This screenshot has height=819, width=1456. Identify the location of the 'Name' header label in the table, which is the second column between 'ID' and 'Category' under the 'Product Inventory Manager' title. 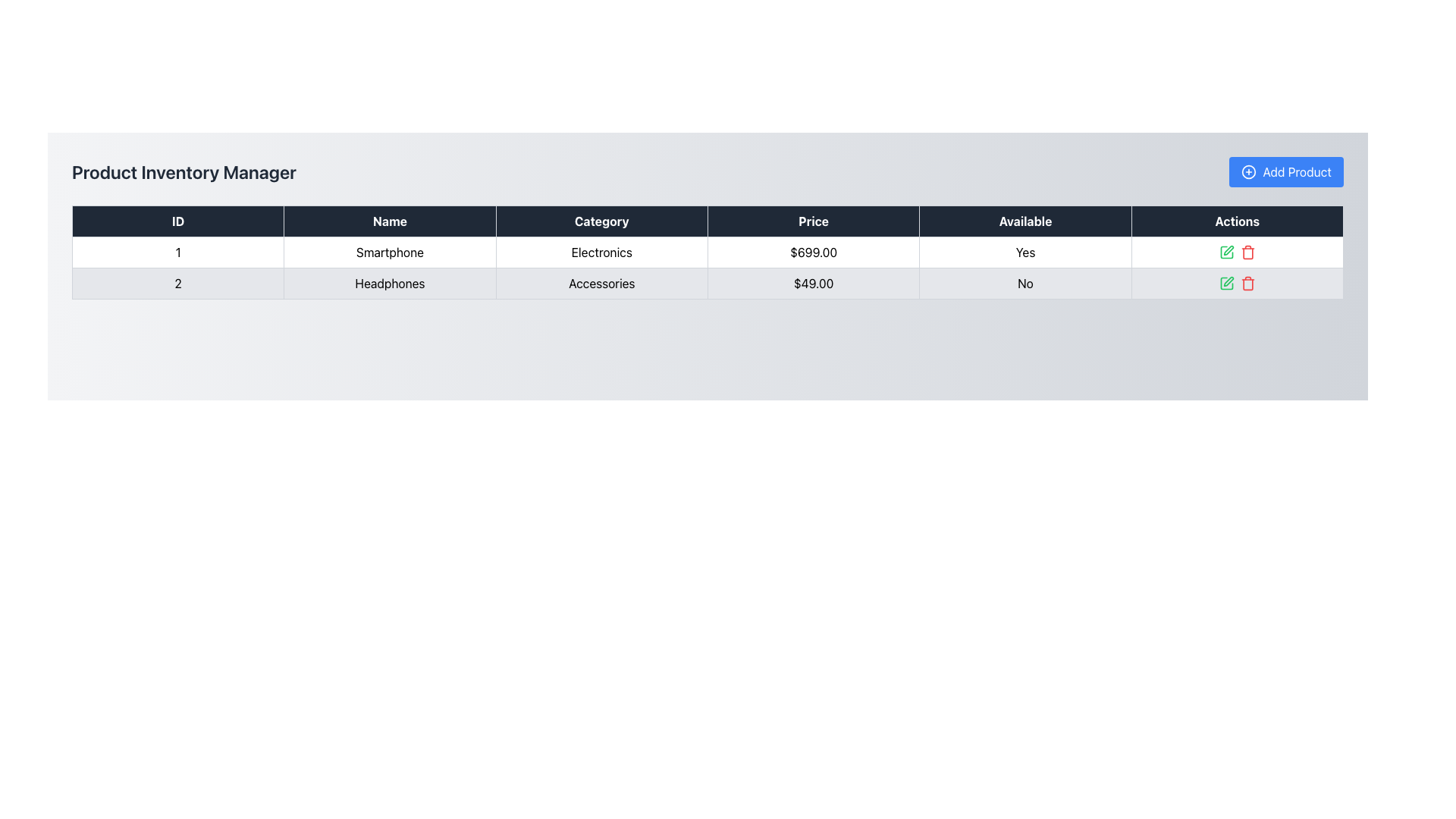
(390, 221).